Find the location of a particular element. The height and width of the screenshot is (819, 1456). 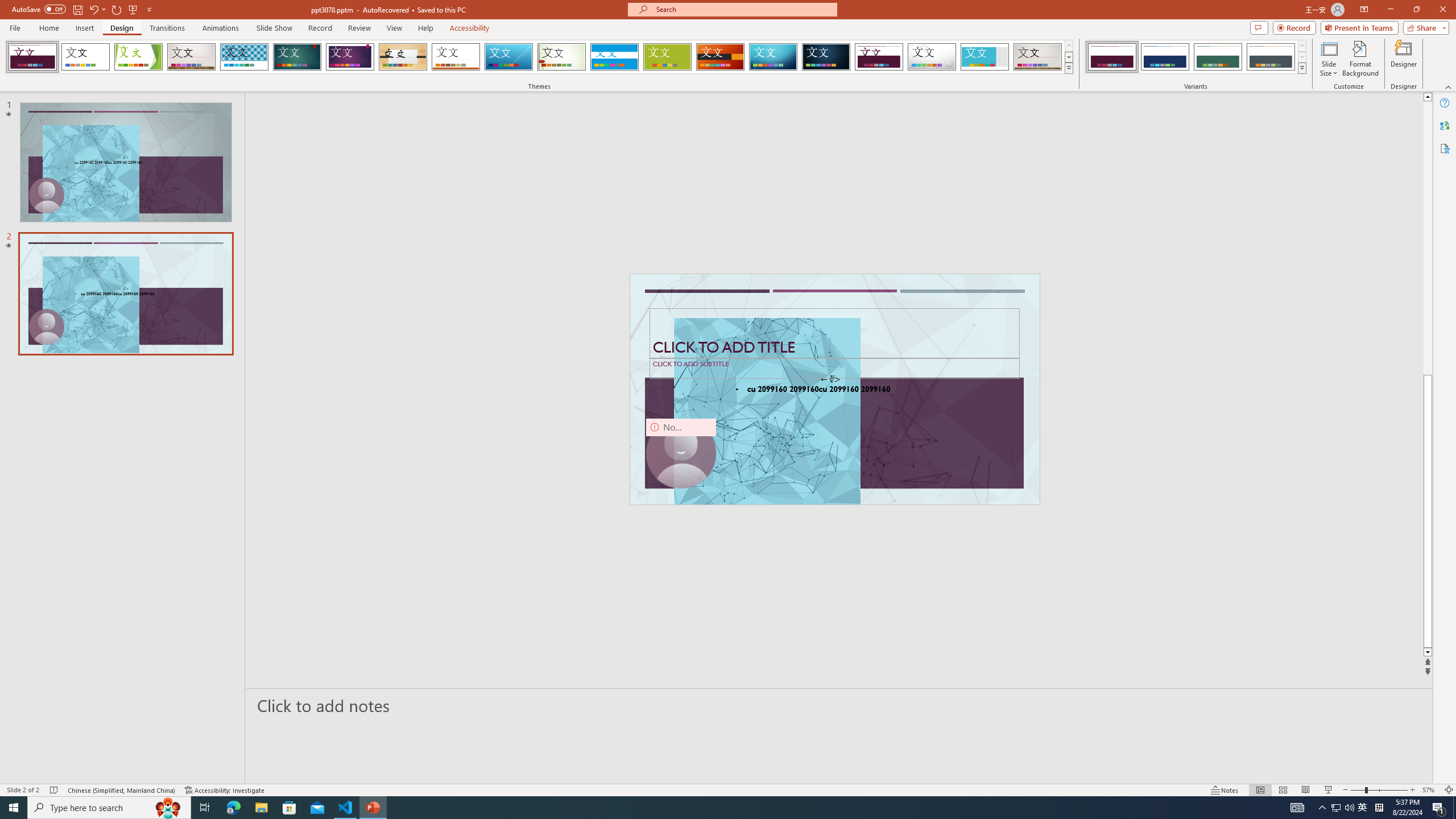

'Ion' is located at coordinates (296, 56).